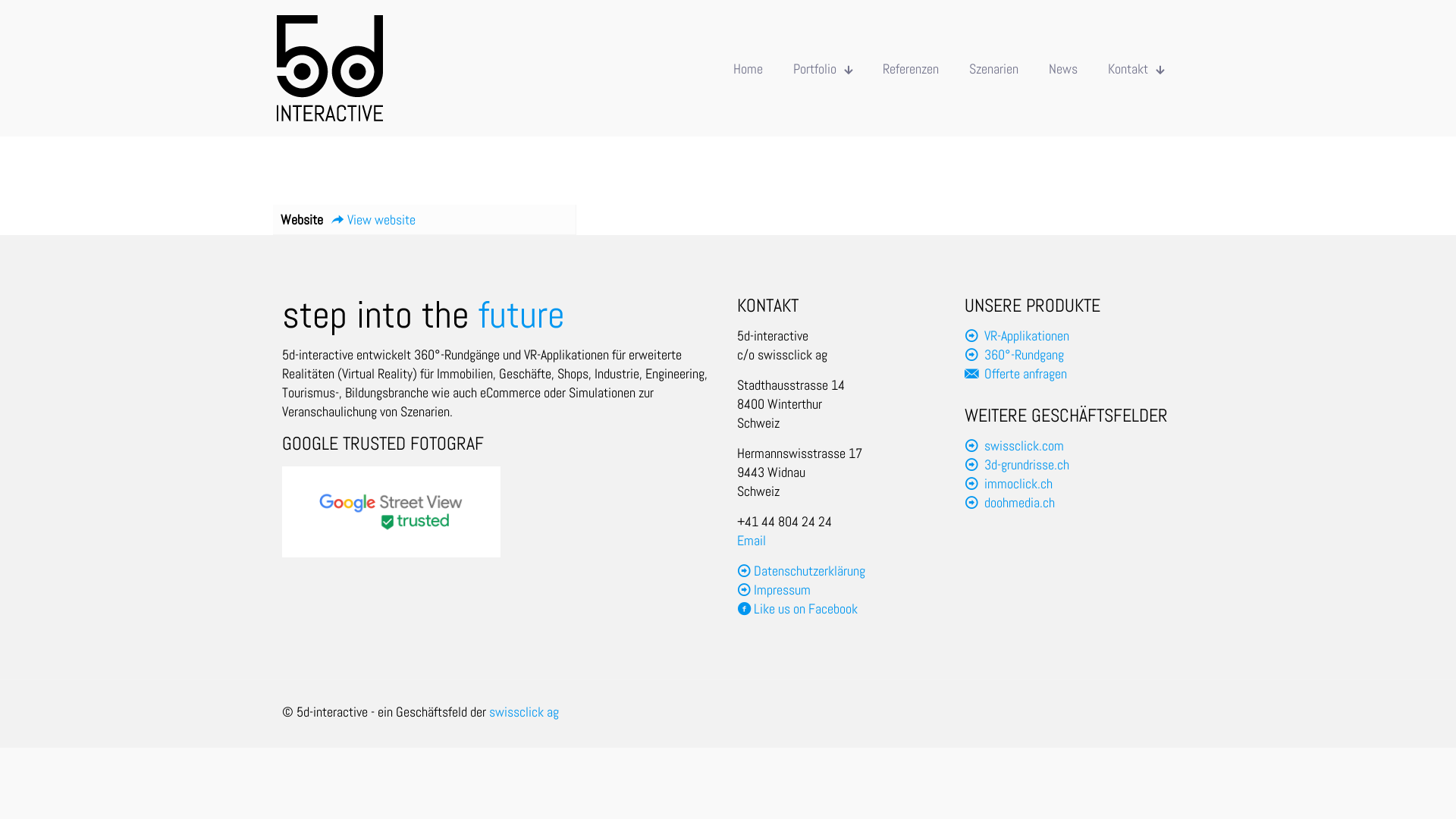 The image size is (1456, 819). What do you see at coordinates (1018, 483) in the screenshot?
I see `'immoclick.ch'` at bounding box center [1018, 483].